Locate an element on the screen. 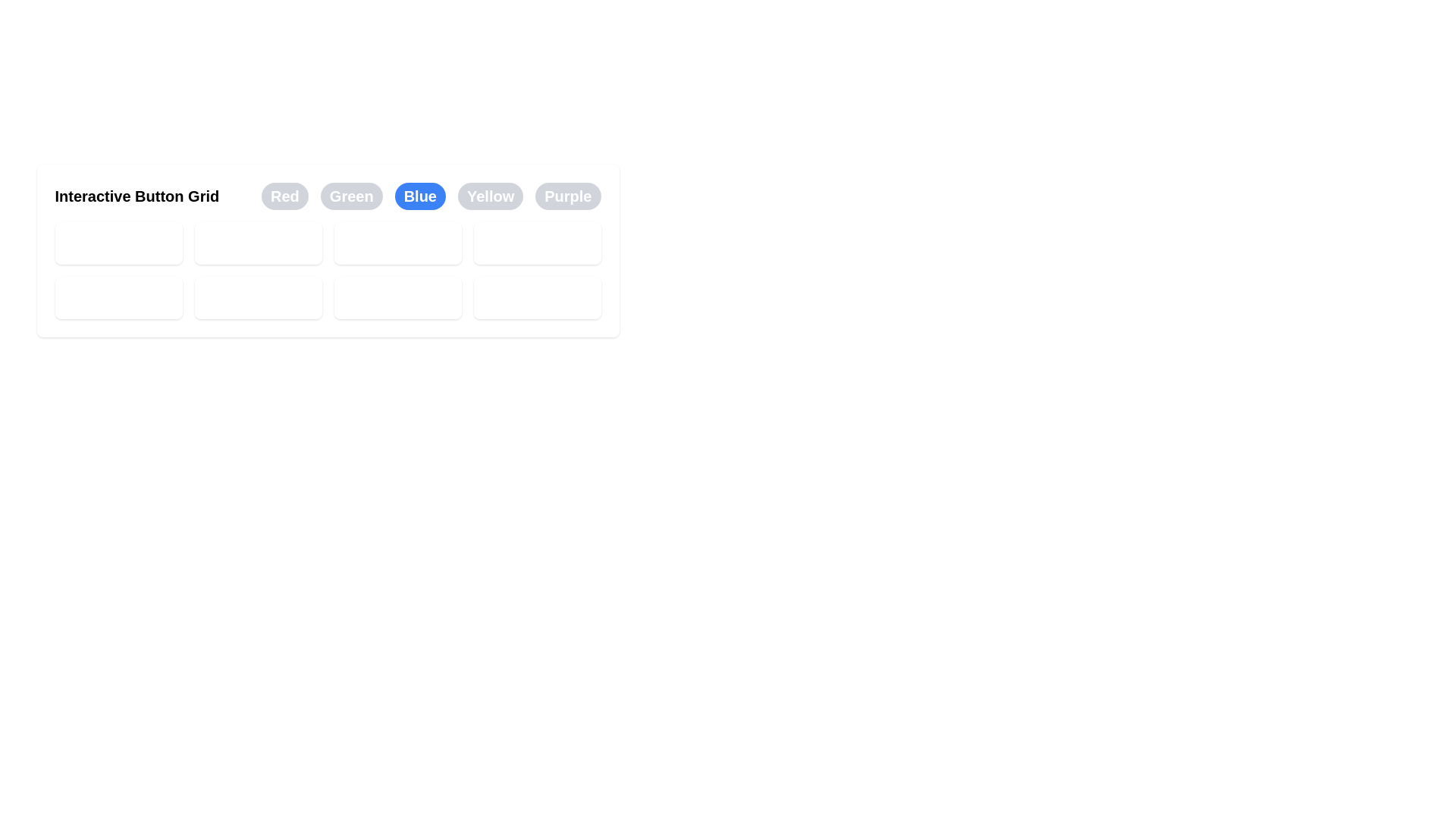 The width and height of the screenshot is (1456, 819). the interactive button located in the bottom-right corner of the grid layout is located at coordinates (537, 298).